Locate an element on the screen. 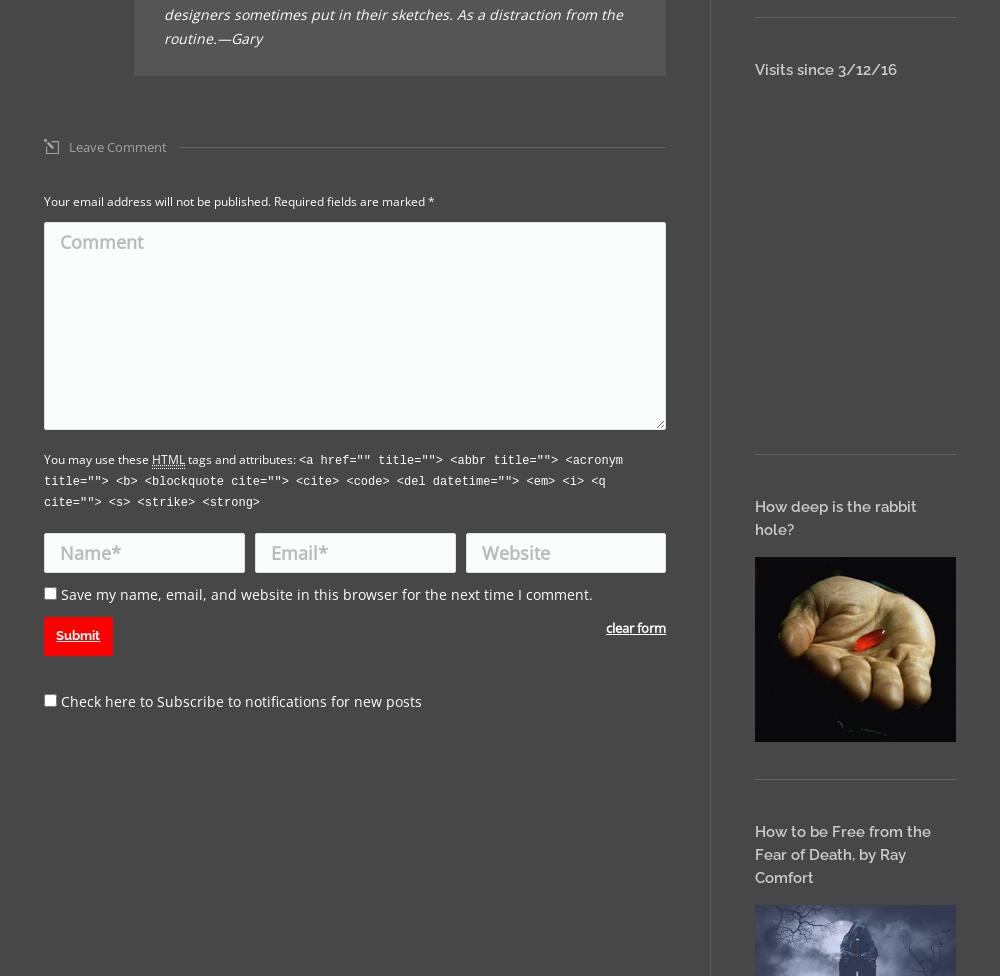 Image resolution: width=1000 pixels, height=976 pixels. 'tags and attributes:' is located at coordinates (241, 458).